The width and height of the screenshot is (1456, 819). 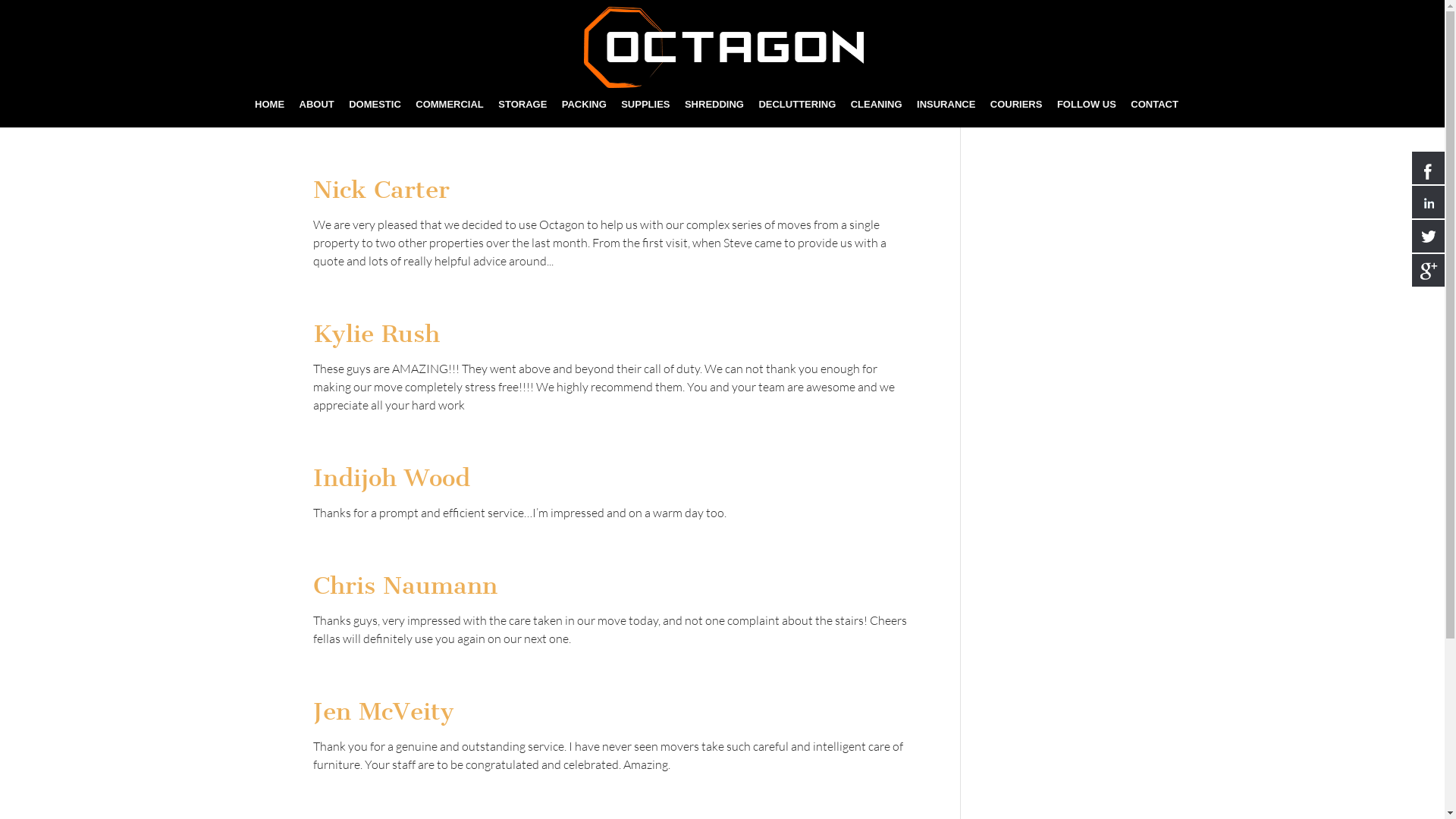 What do you see at coordinates (312, 332) in the screenshot?
I see `'Kylie Rush'` at bounding box center [312, 332].